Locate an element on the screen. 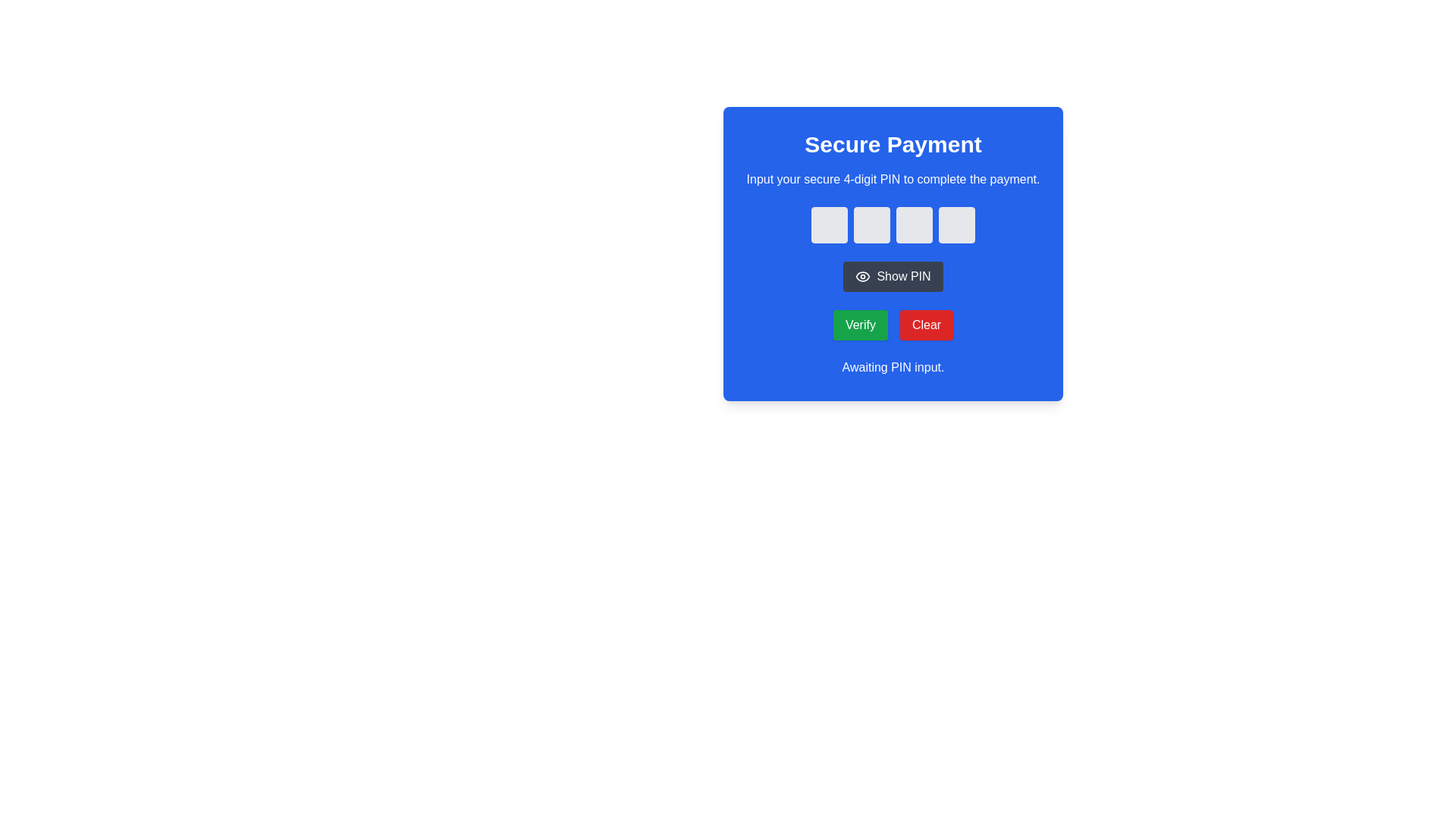 This screenshot has width=1456, height=819. the 'Show PIN' button, which has a dark gray background, rounded corners, and white text, to check for visual feedback is located at coordinates (893, 277).